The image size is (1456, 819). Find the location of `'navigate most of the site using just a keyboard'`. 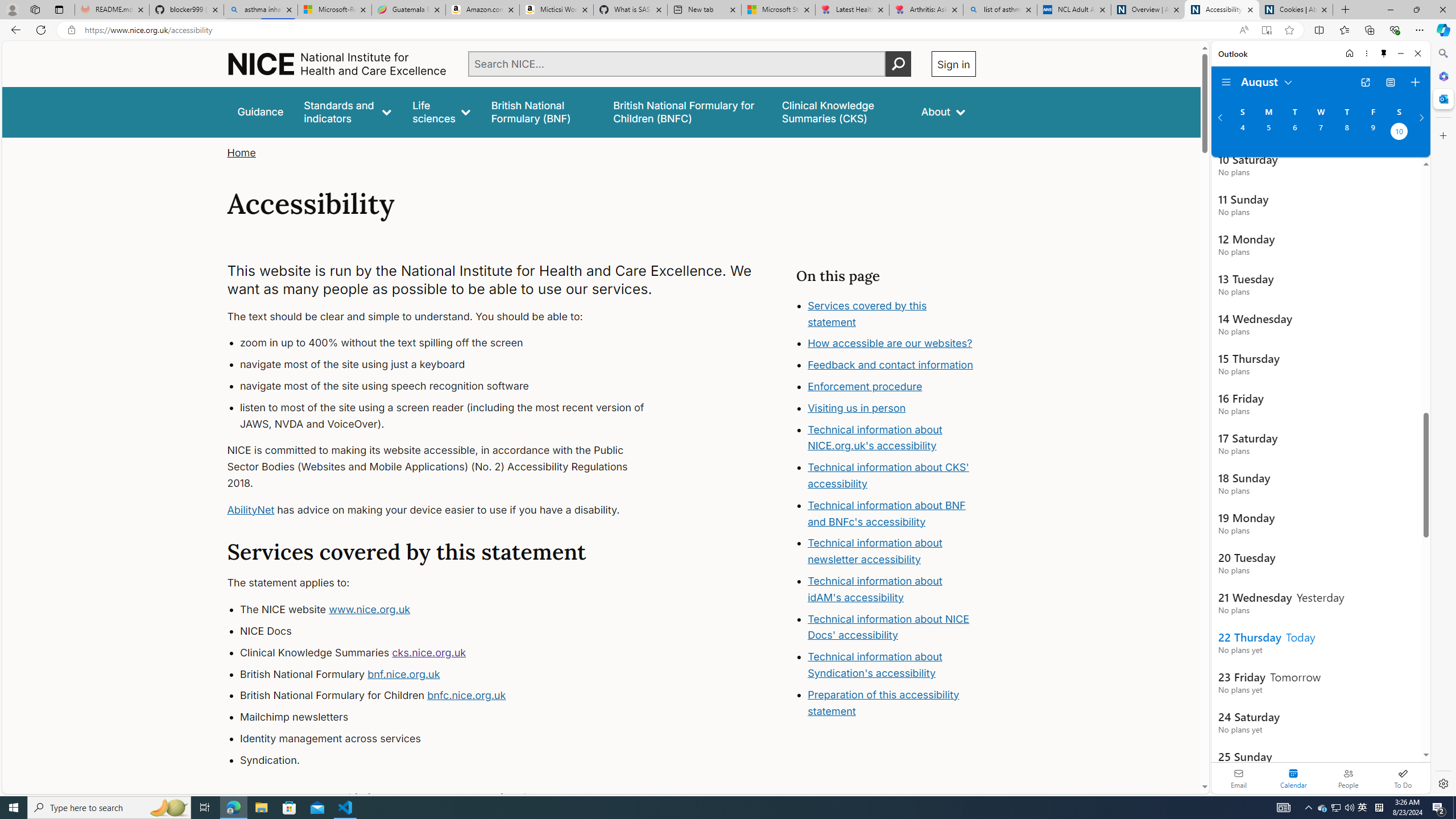

'navigate most of the site using just a keyboard' is located at coordinates (452, 364).